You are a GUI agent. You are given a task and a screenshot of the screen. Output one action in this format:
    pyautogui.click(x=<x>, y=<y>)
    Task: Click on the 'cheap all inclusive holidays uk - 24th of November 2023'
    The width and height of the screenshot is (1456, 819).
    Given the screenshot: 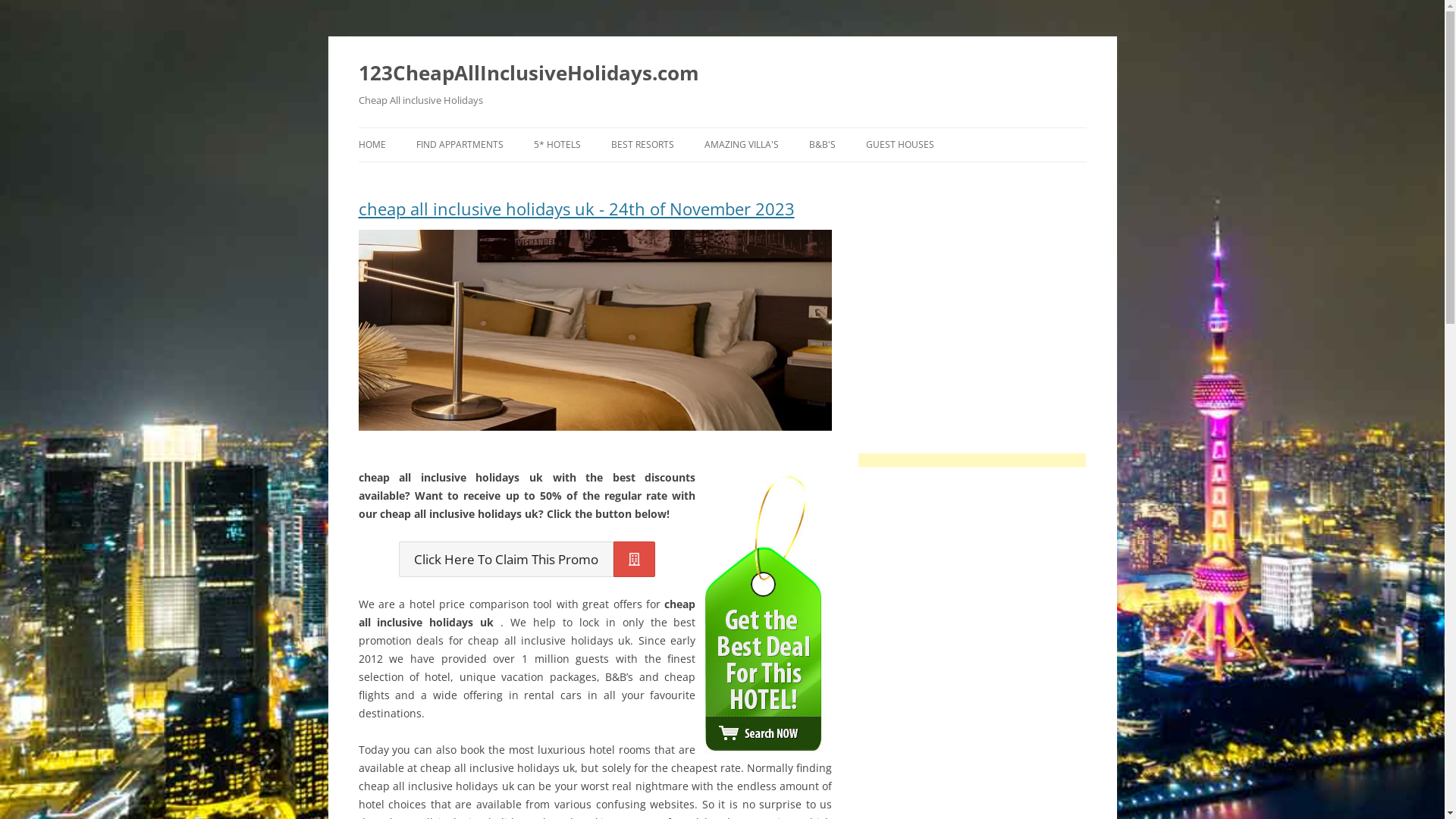 What is the action you would take?
    pyautogui.click(x=594, y=214)
    